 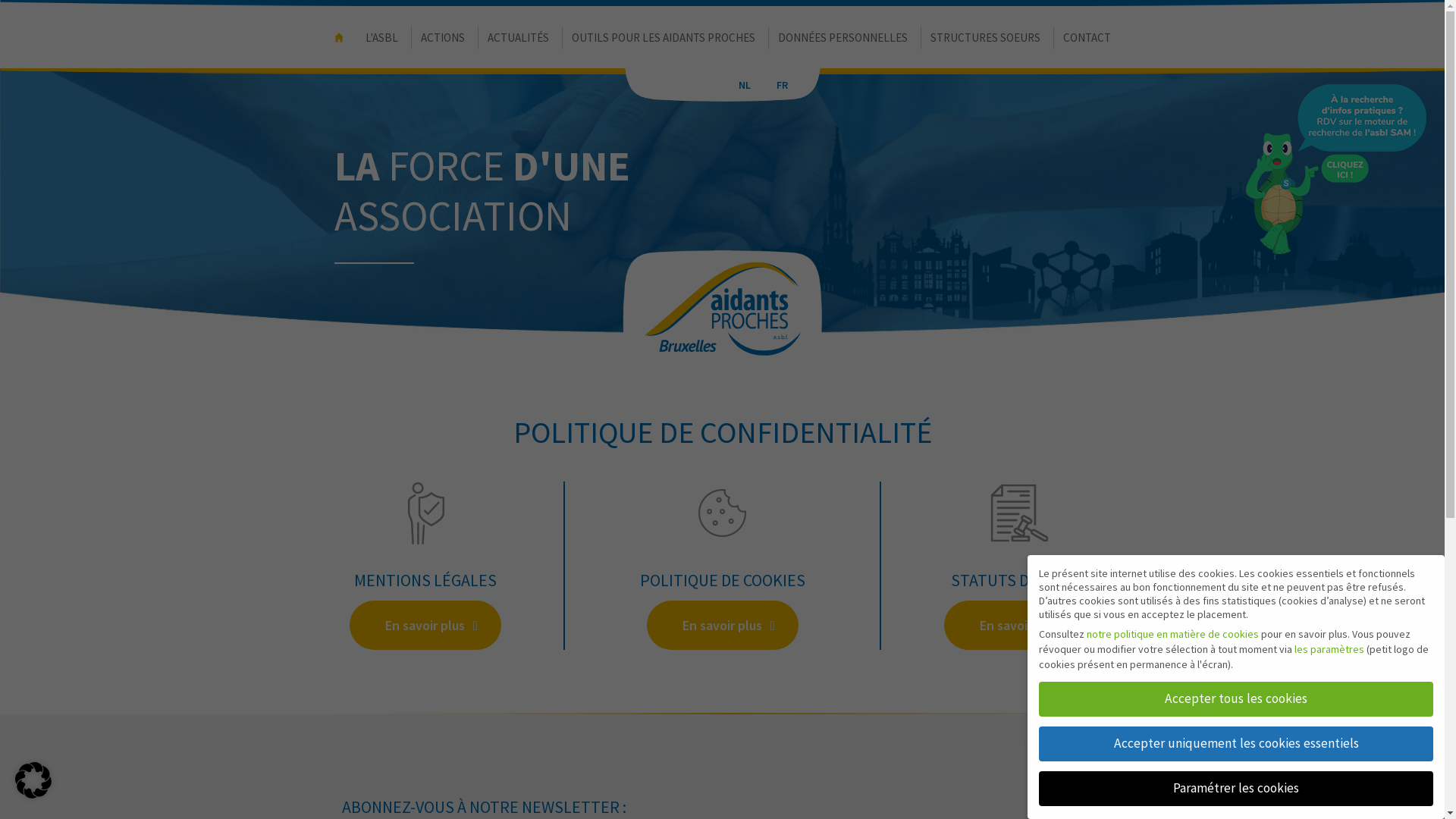 What do you see at coordinates (782, 85) in the screenshot?
I see `'FR'` at bounding box center [782, 85].